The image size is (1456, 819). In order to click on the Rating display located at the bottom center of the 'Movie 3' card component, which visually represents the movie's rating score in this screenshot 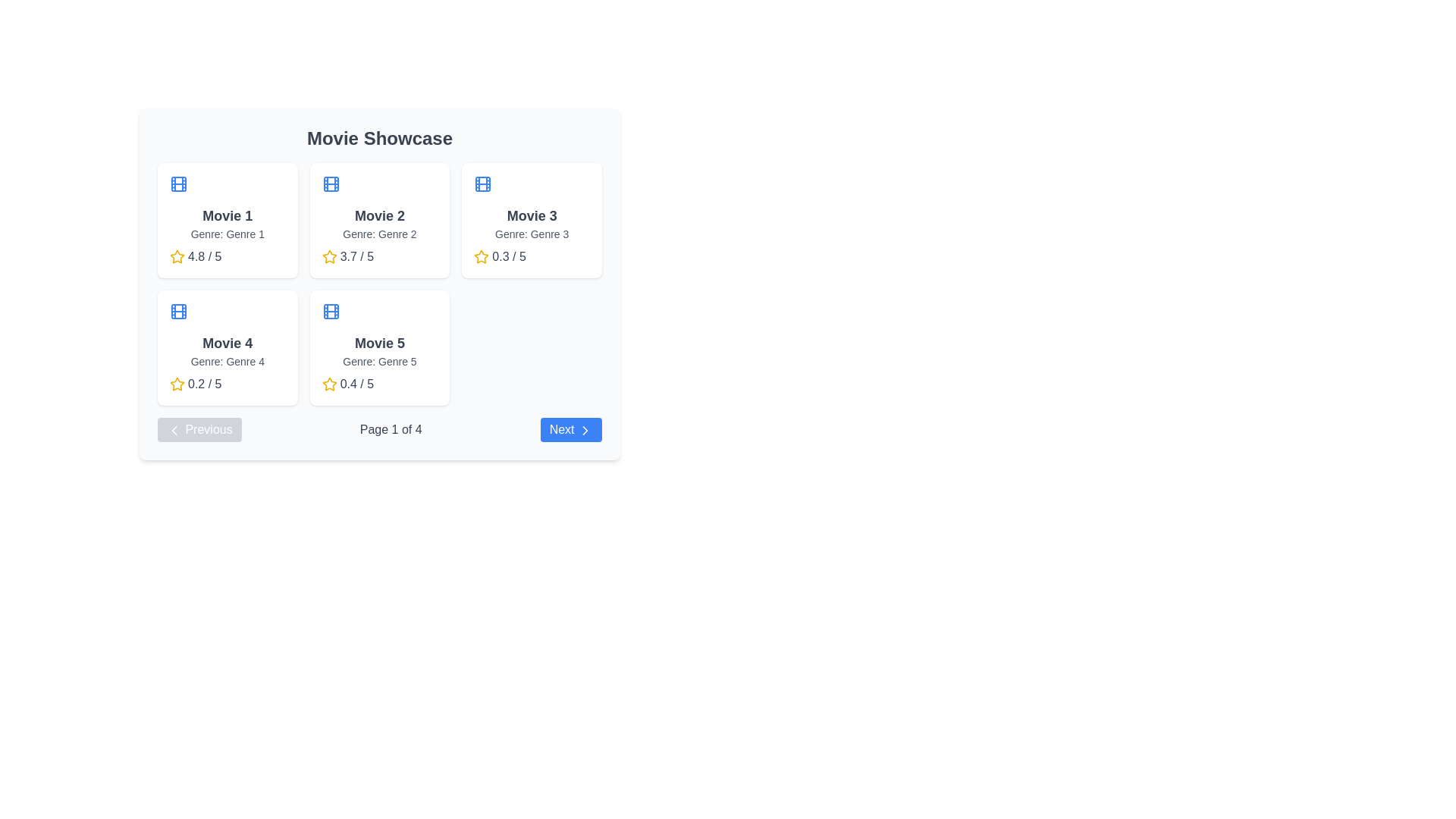, I will do `click(532, 256)`.